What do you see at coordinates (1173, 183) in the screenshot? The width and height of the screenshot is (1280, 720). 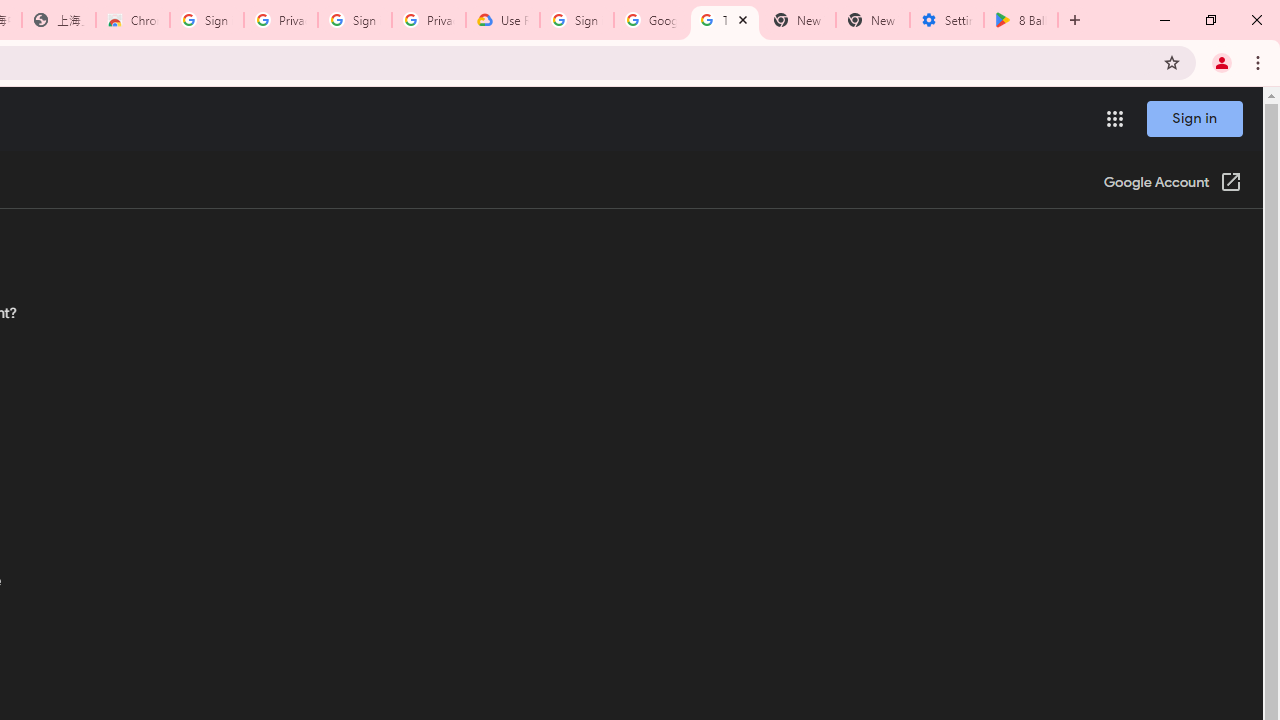 I see `'Google Account (Open in a new window)'` at bounding box center [1173, 183].